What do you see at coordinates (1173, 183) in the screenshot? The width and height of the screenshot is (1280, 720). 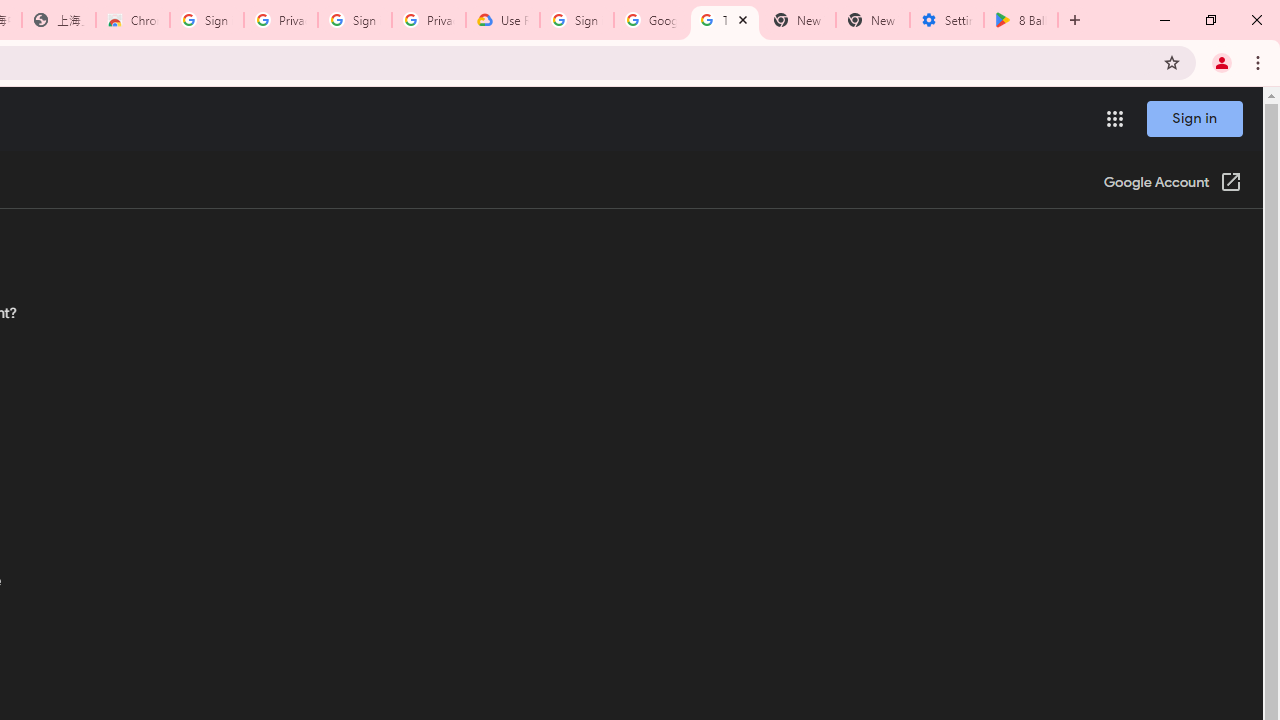 I see `'Google Account (Open in a new window)'` at bounding box center [1173, 183].